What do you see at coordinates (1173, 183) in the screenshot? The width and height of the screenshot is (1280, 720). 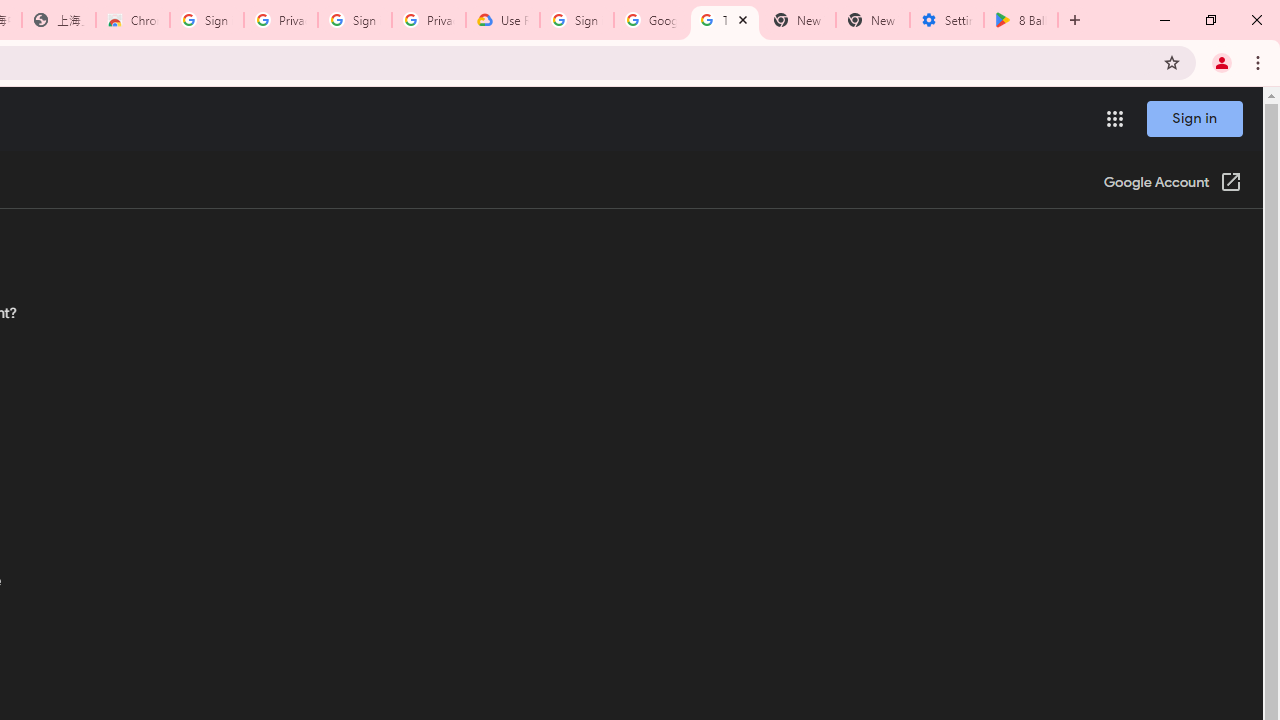 I see `'Google Account (Open in a new window)'` at bounding box center [1173, 183].